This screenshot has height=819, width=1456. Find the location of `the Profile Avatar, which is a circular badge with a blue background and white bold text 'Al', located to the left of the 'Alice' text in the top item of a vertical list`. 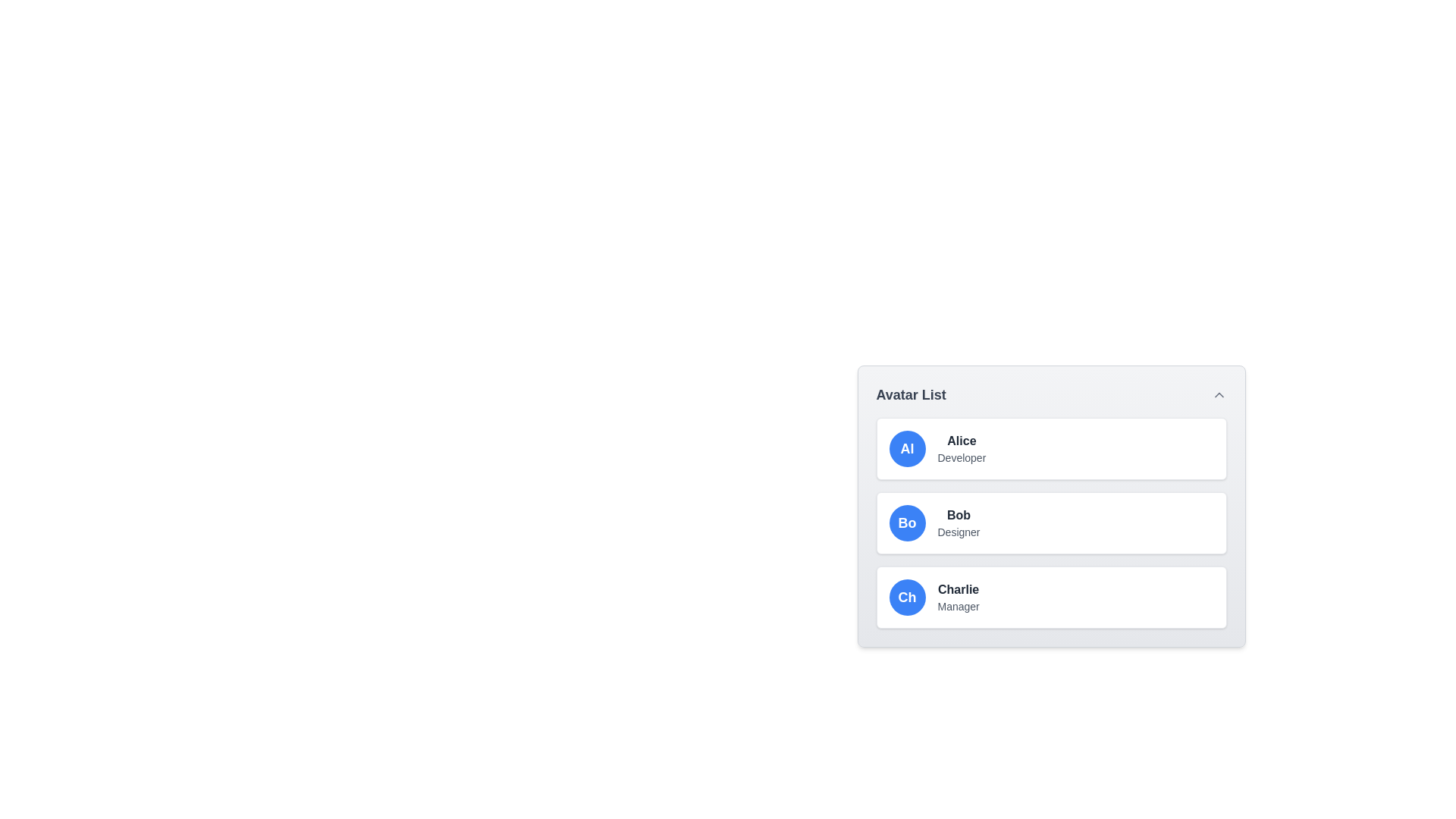

the Profile Avatar, which is a circular badge with a blue background and white bold text 'Al', located to the left of the 'Alice' text in the top item of a vertical list is located at coordinates (907, 447).